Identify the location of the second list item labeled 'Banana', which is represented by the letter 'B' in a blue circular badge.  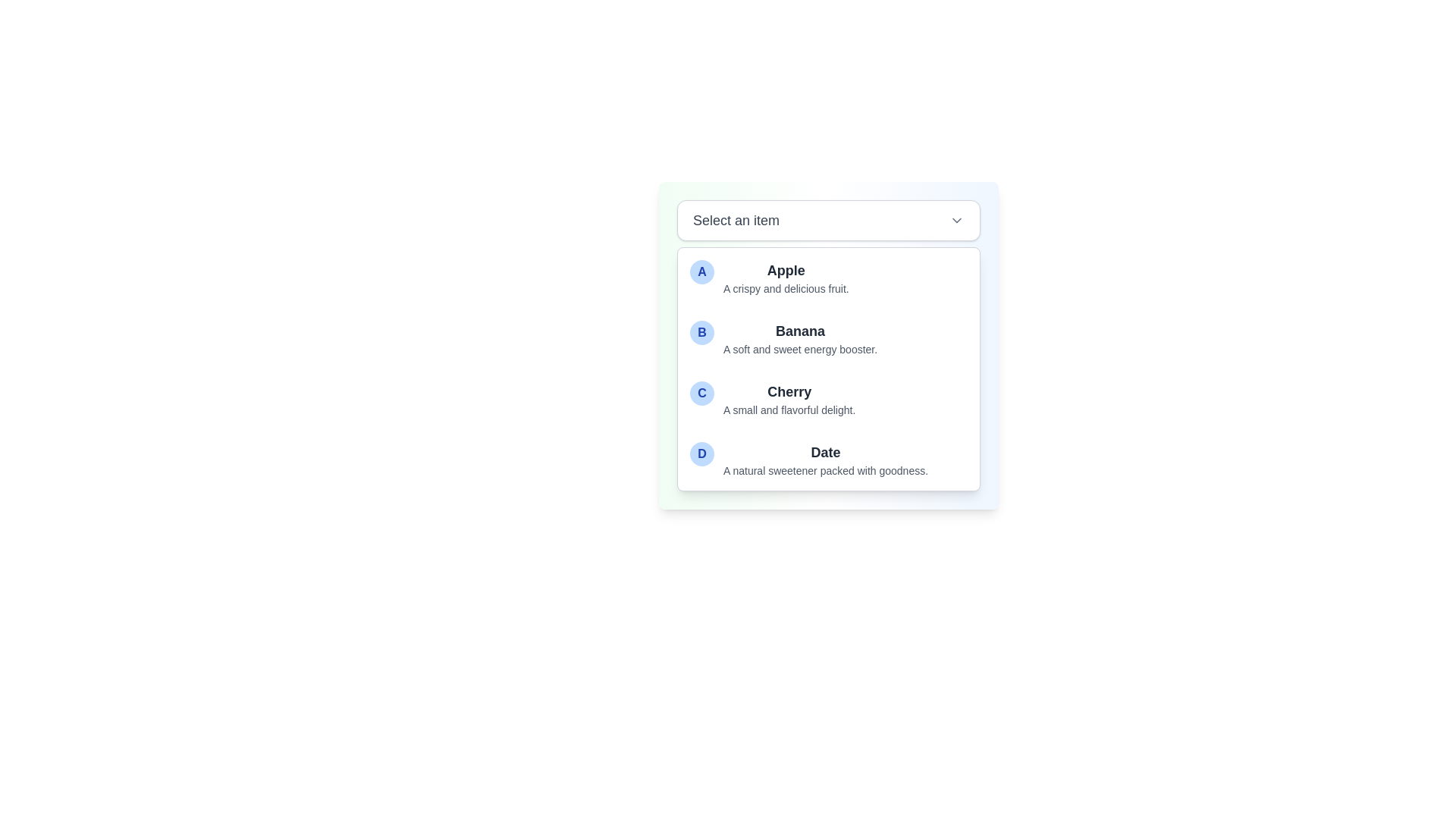
(828, 353).